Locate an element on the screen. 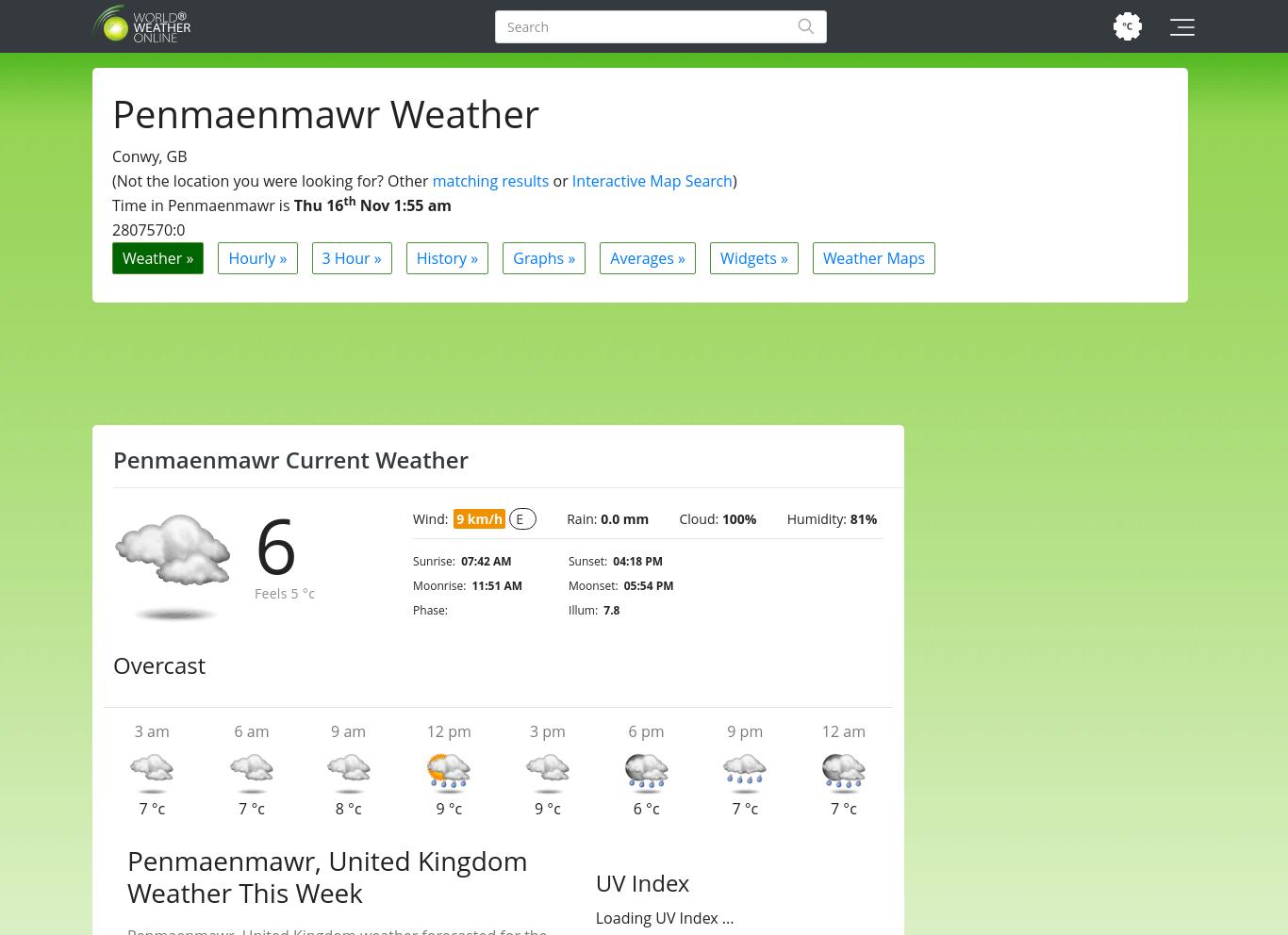 The image size is (1288, 935). 'th' is located at coordinates (342, 201).